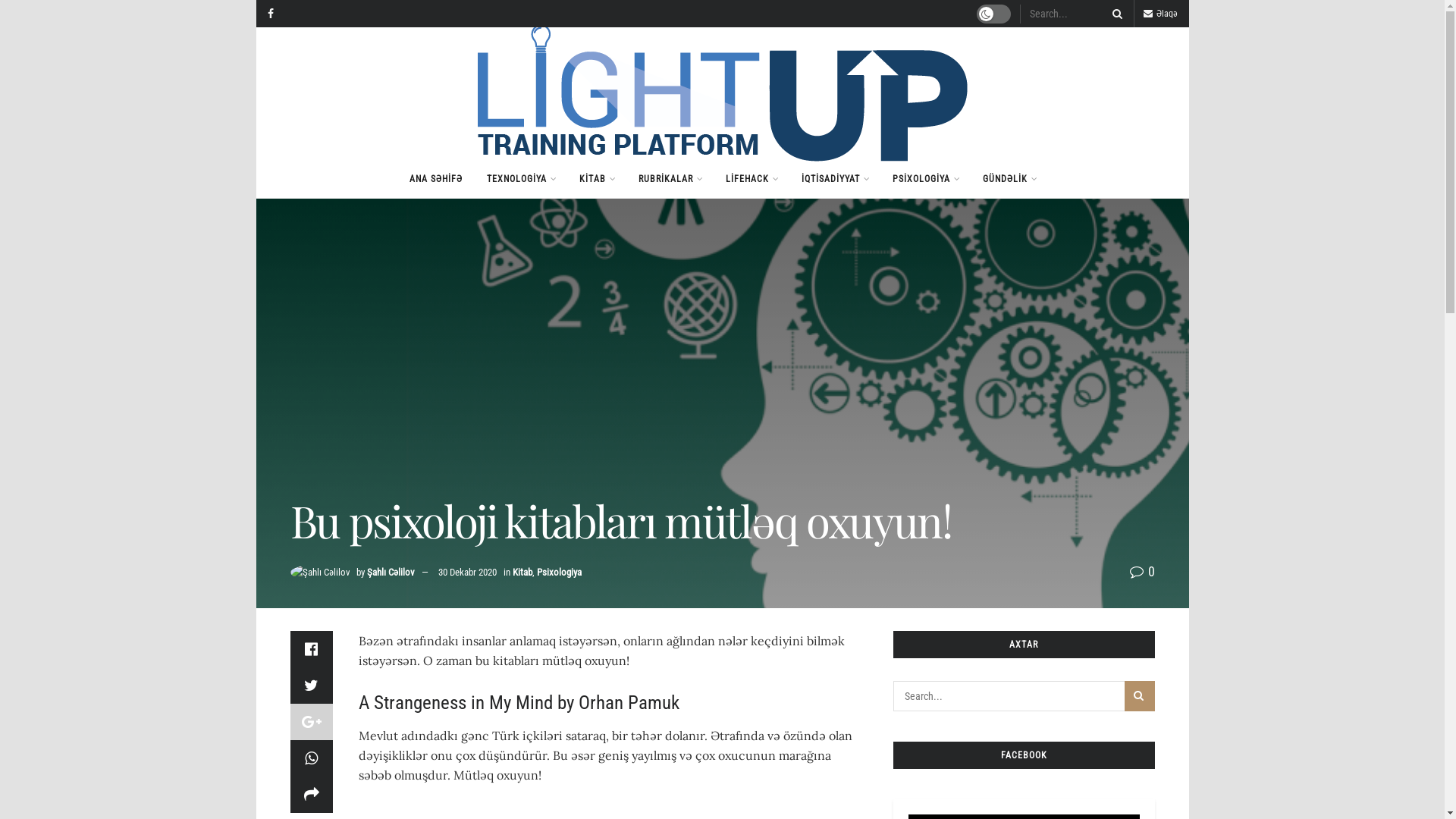 This screenshot has height=819, width=1456. What do you see at coordinates (1142, 571) in the screenshot?
I see `'0'` at bounding box center [1142, 571].